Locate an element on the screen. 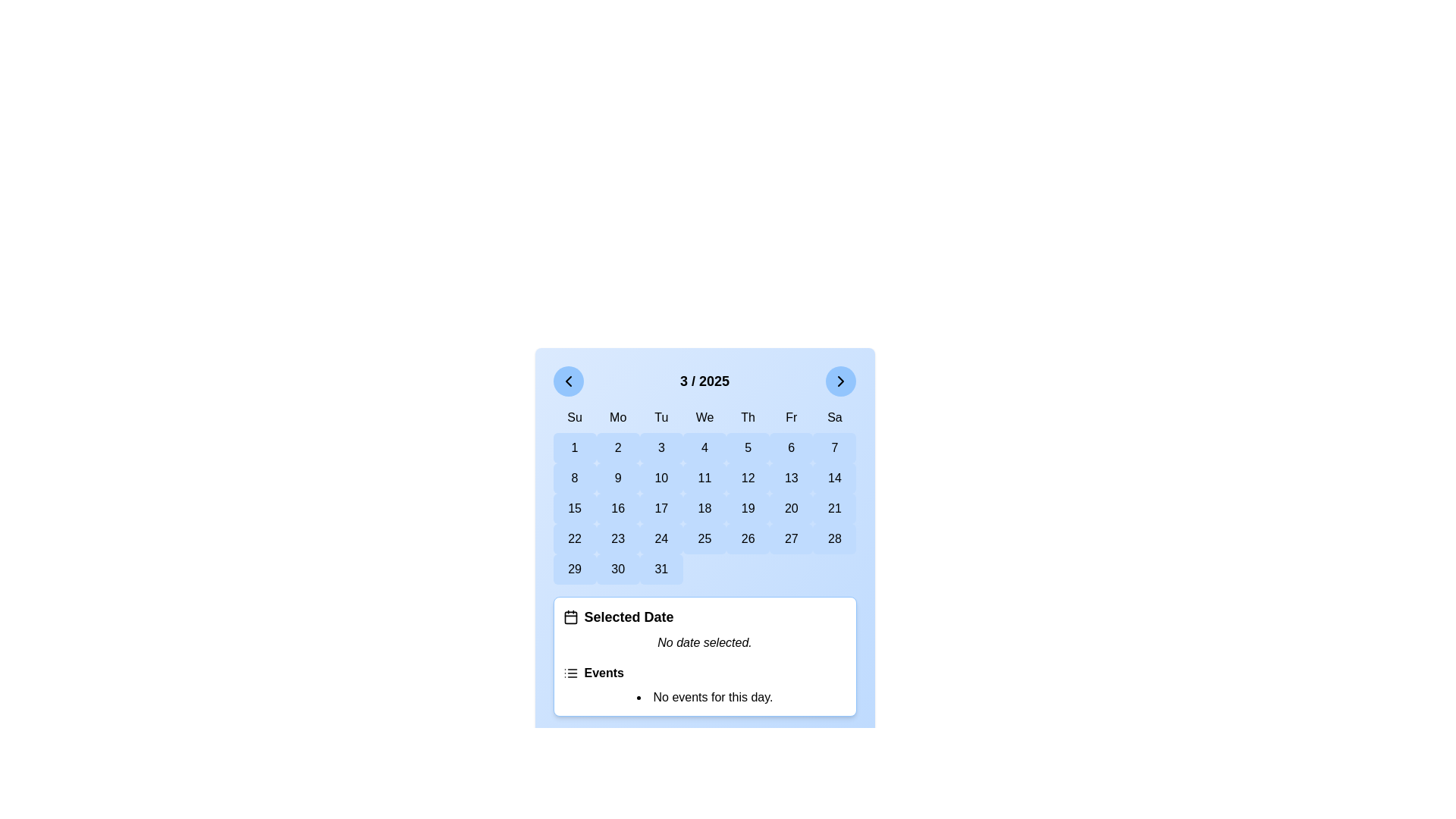  the rectangular light blue button displaying the number '31' in bold black text is located at coordinates (661, 570).